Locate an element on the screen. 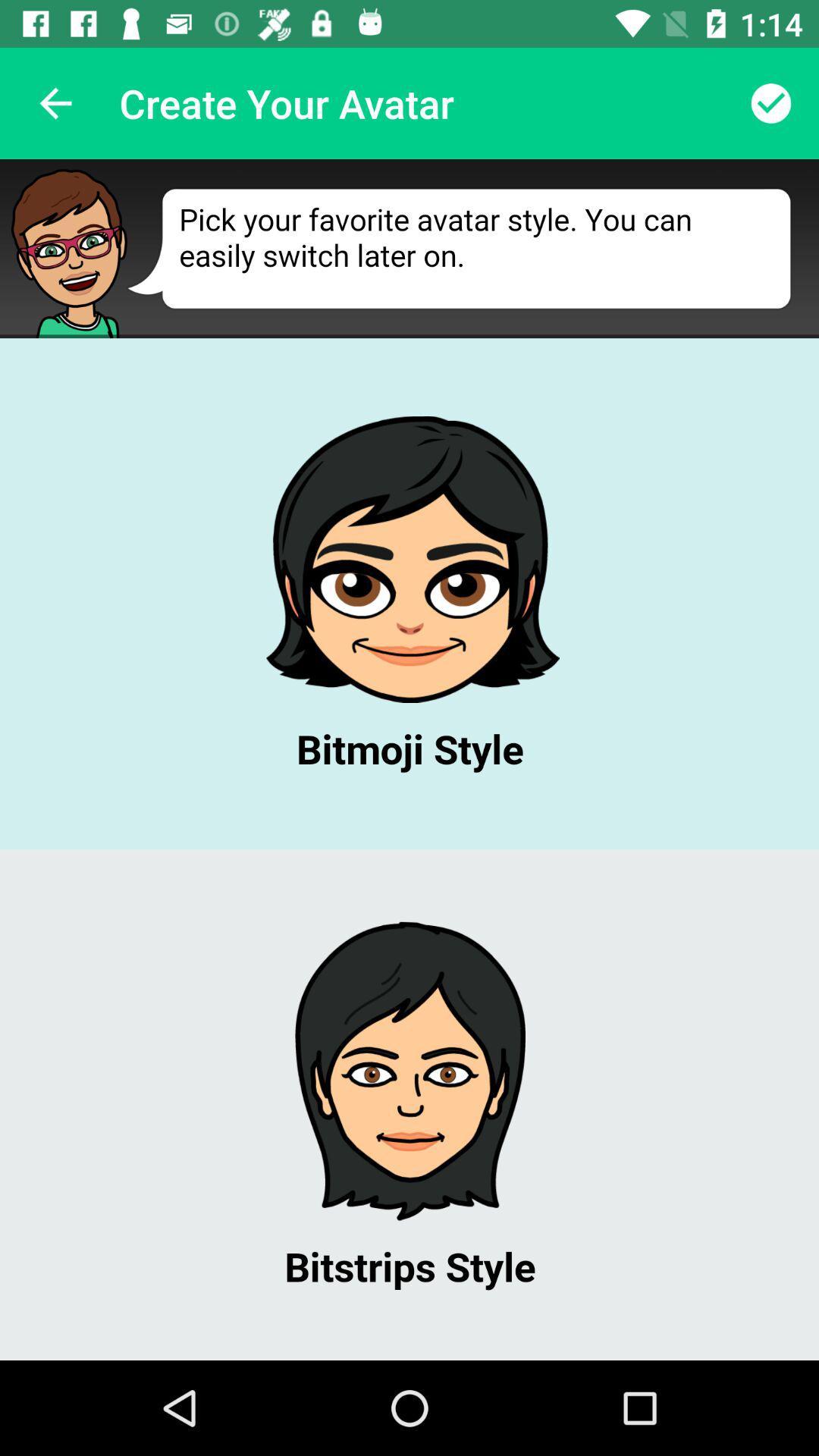 This screenshot has height=1456, width=819. pick avatar is located at coordinates (409, 760).